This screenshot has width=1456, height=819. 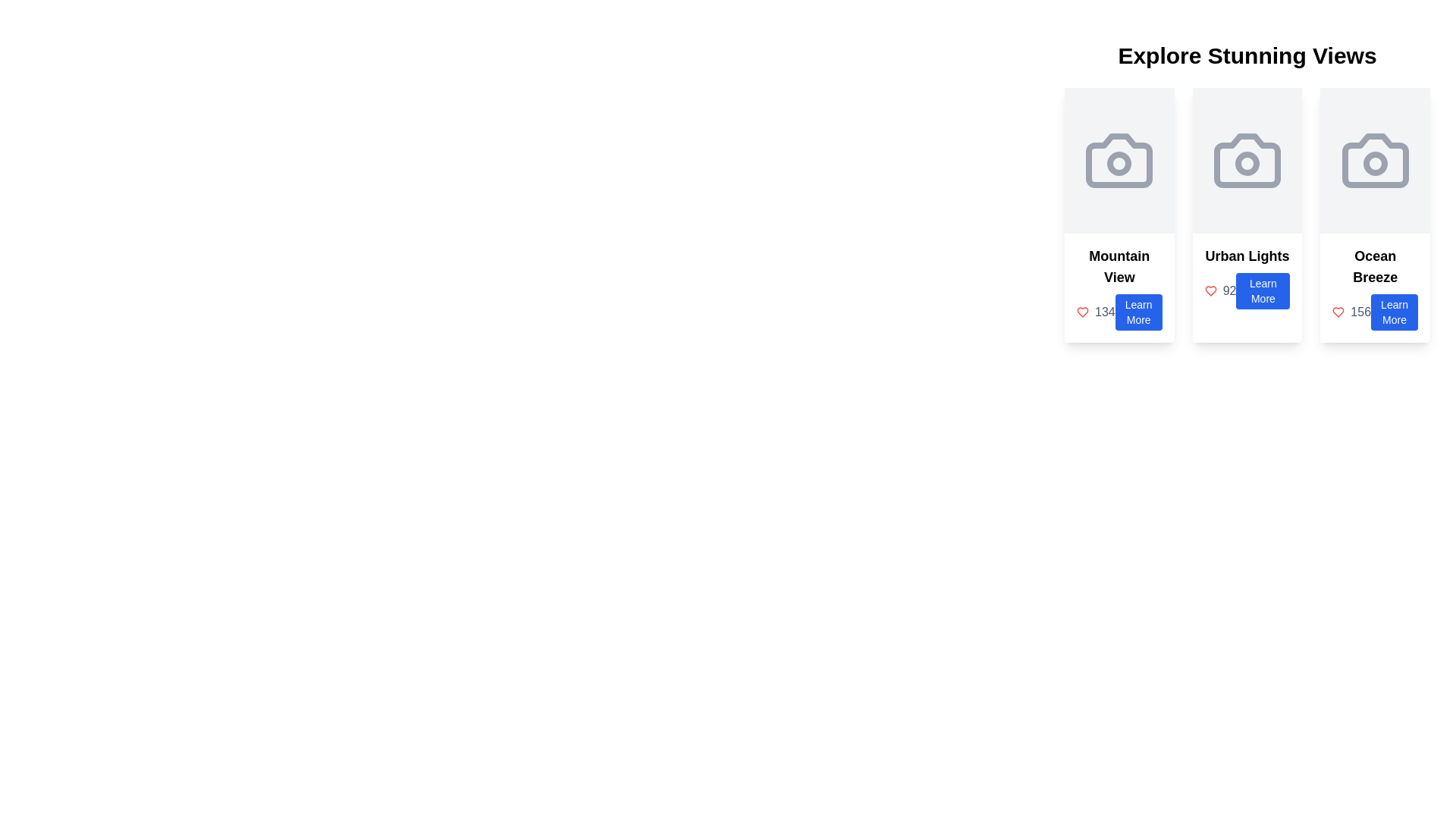 What do you see at coordinates (1247, 164) in the screenshot?
I see `the graphical accent or decorative shape located within the camera icon in the second column titled 'Urban Lights' under the 'Explore Stunning Views' layout` at bounding box center [1247, 164].